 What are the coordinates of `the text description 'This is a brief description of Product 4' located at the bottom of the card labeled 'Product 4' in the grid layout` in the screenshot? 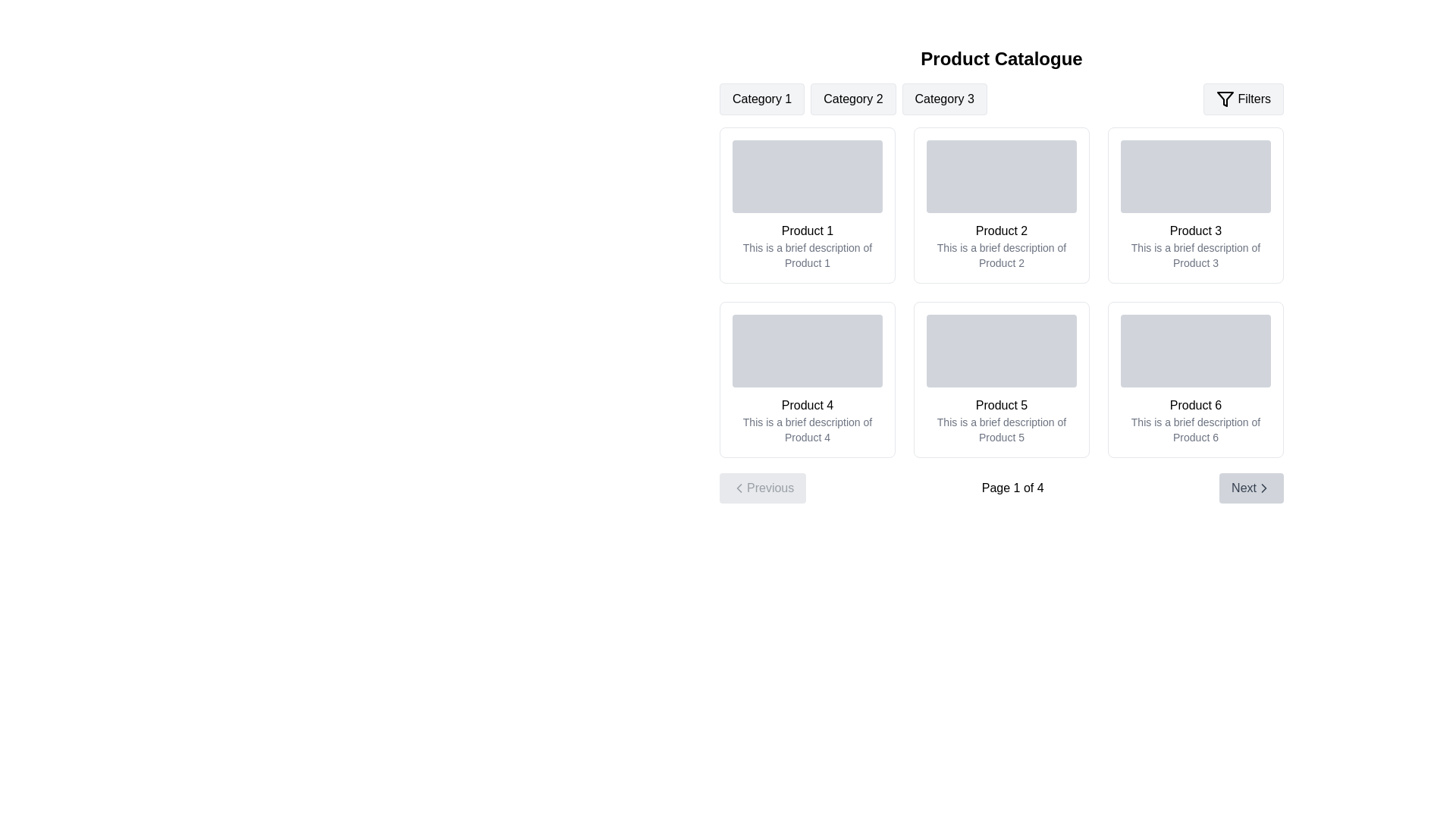 It's located at (807, 430).